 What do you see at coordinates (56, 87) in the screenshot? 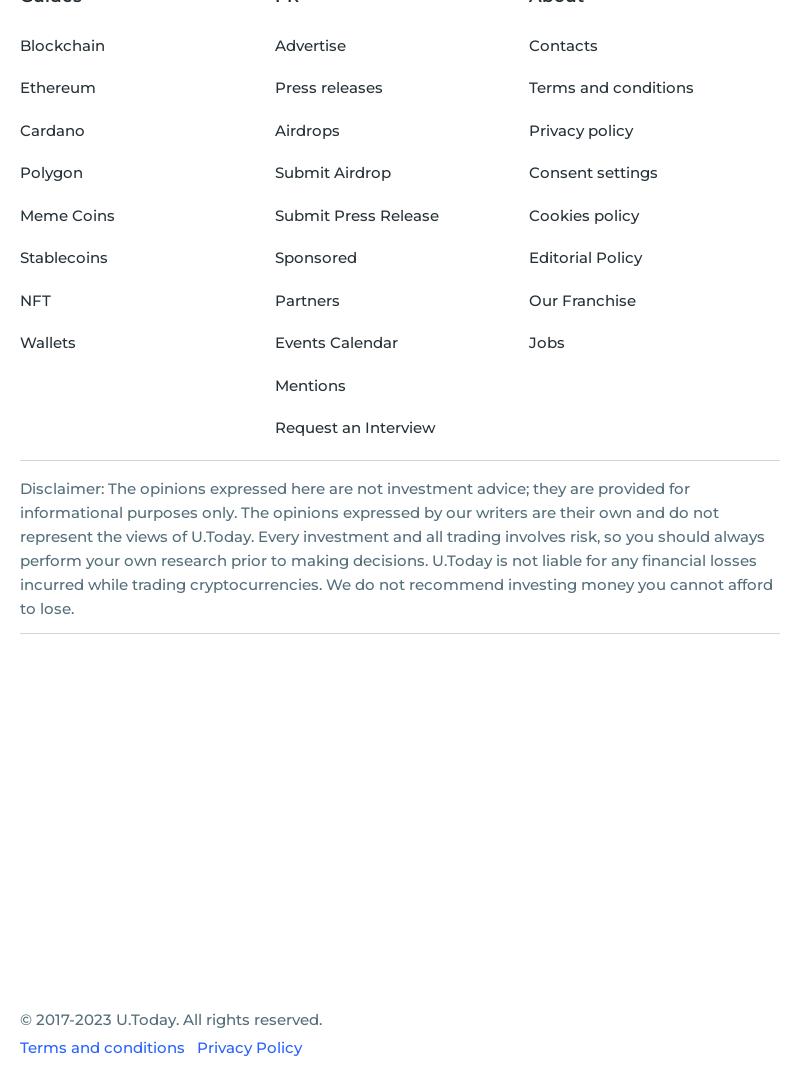
I see `'Ethereum'` at bounding box center [56, 87].